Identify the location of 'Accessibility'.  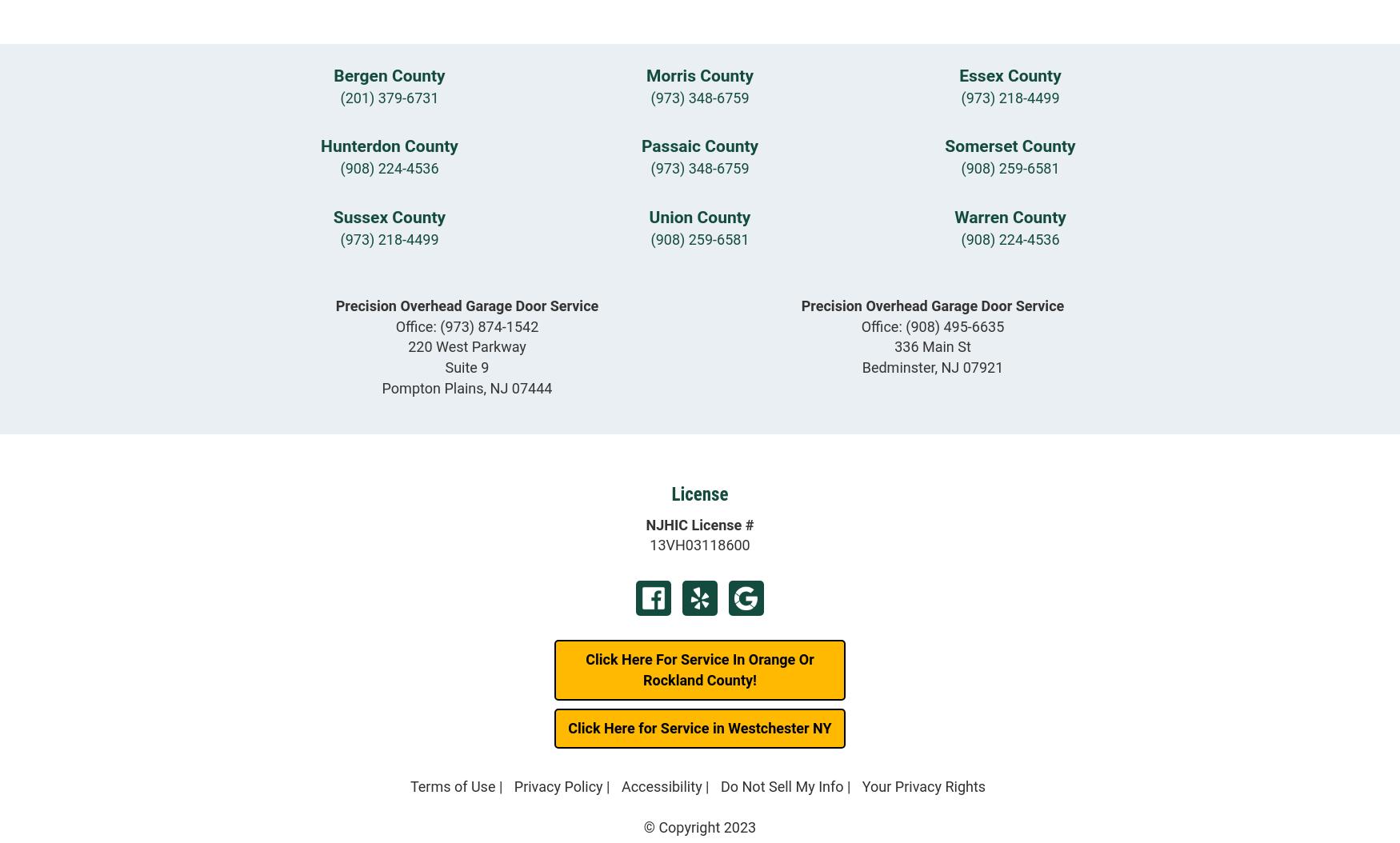
(661, 786).